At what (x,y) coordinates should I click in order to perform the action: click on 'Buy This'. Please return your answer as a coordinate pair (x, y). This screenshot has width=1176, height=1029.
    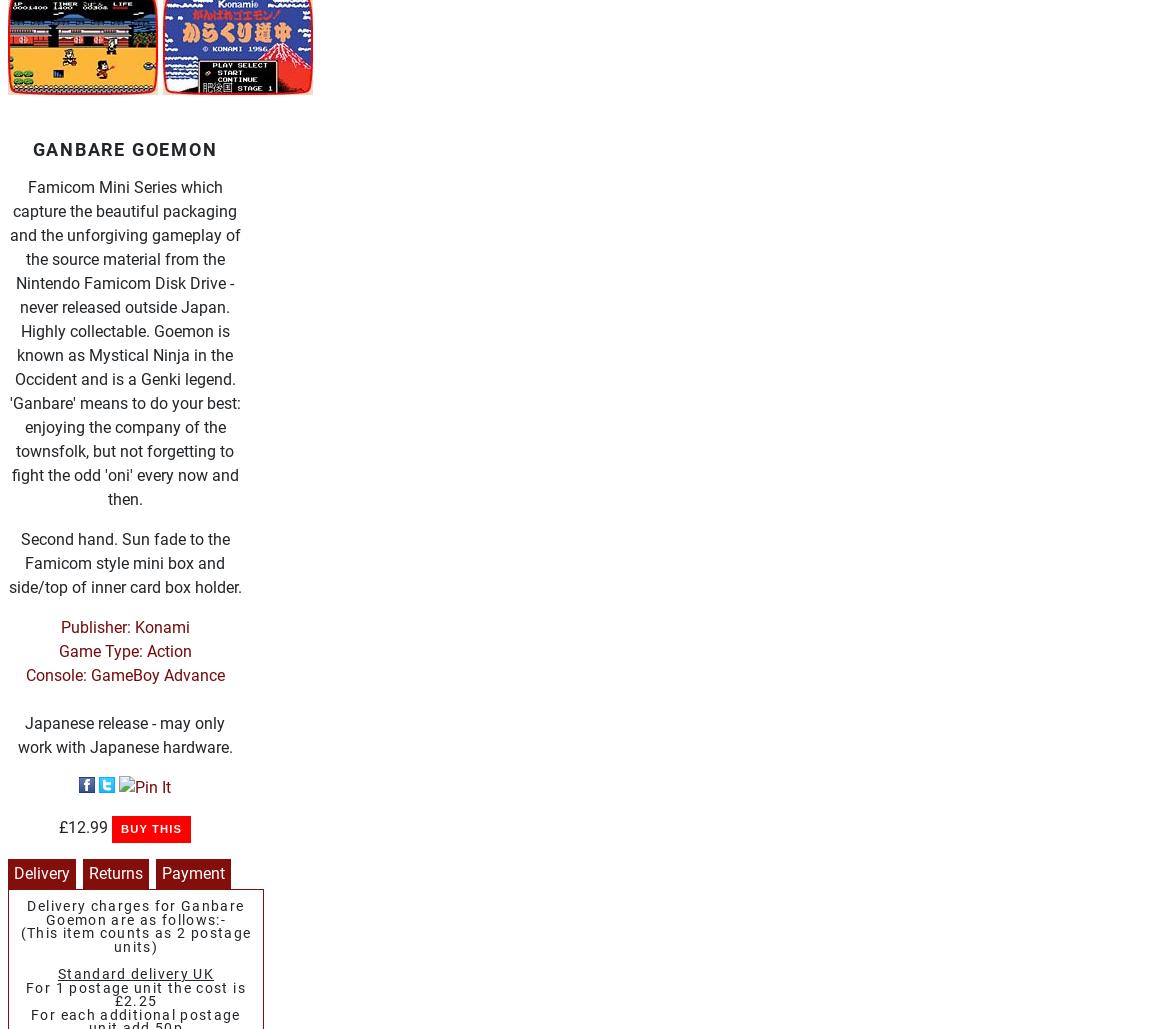
    Looking at the image, I should click on (150, 827).